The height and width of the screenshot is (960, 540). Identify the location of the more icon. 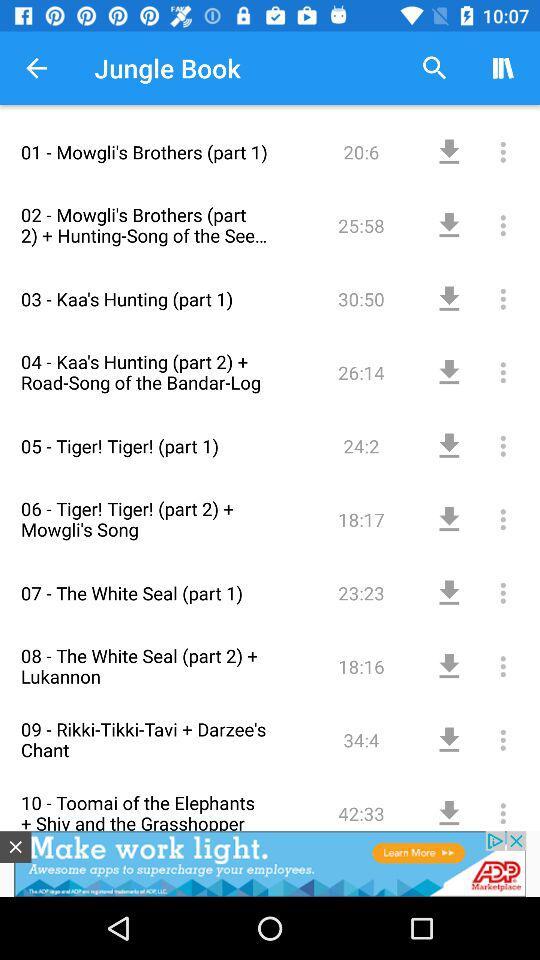
(481, 359).